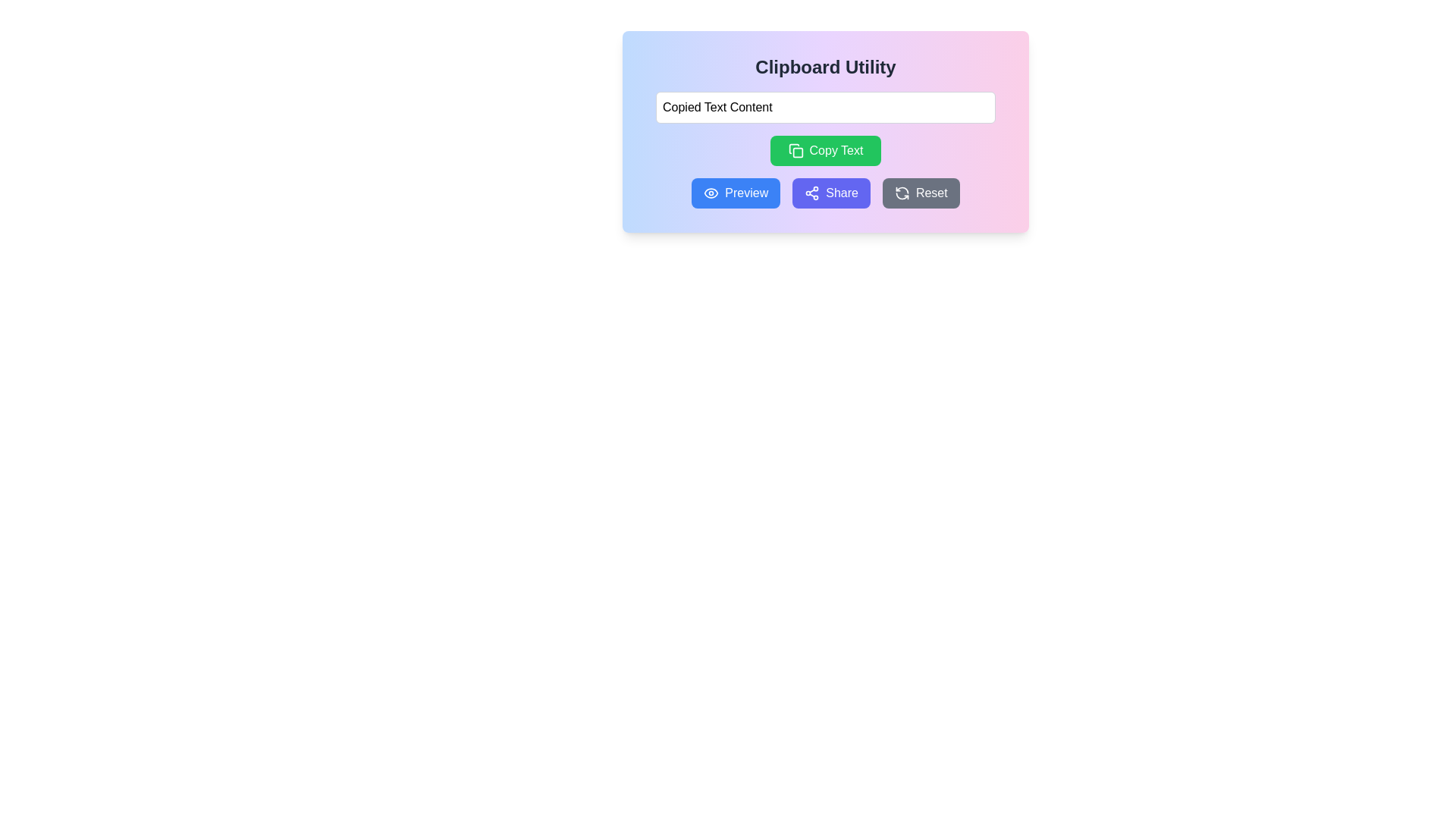  What do you see at coordinates (825, 151) in the screenshot?
I see `the 'Copy' button located below the input field and above the 'Preview', 'Share', and 'Reset' buttons, which is the second button from the left in its group, to copy the text entered in the input field to the clipboard` at bounding box center [825, 151].